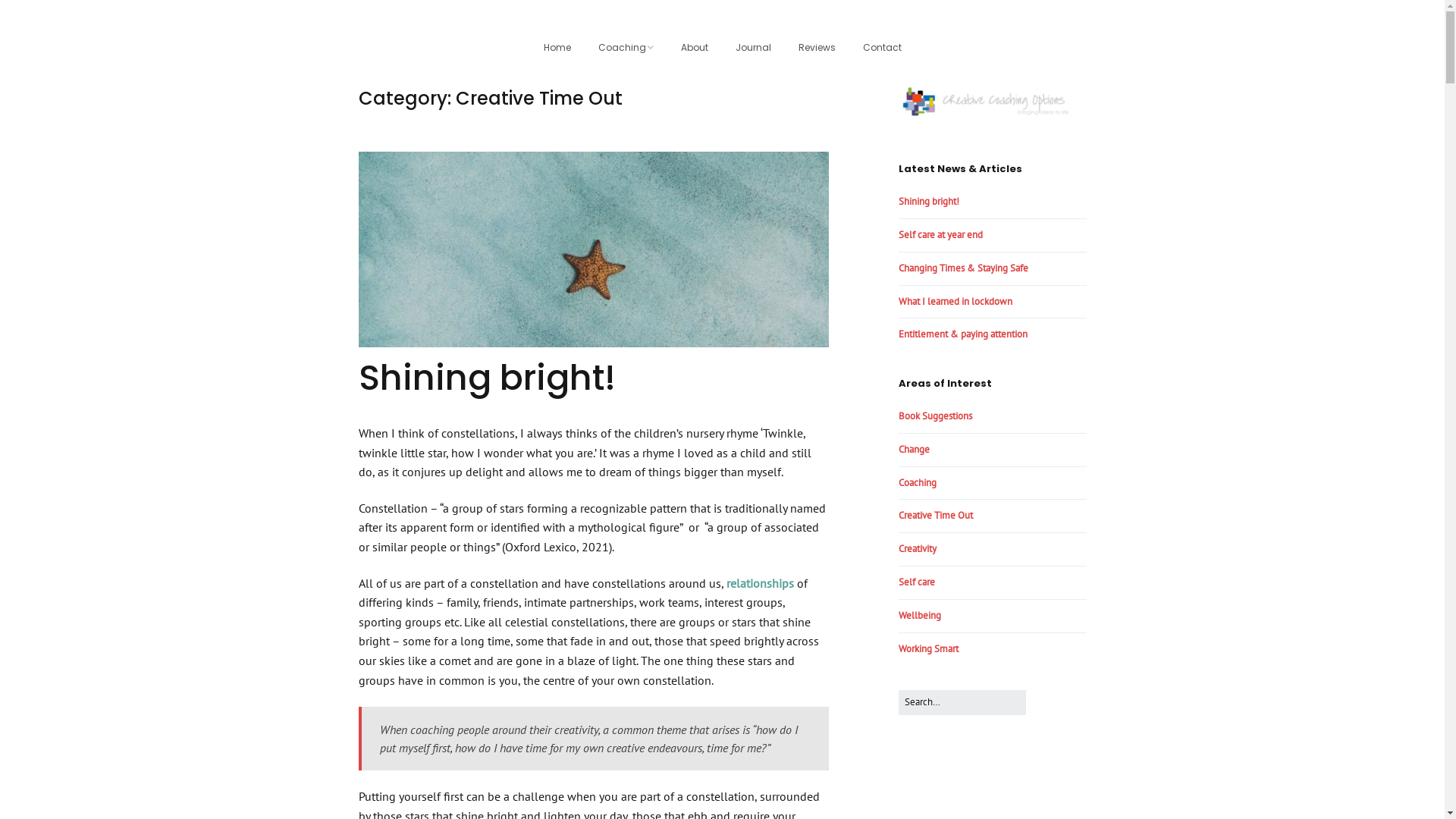  Describe the element at coordinates (916, 548) in the screenshot. I see `'Creativity'` at that location.